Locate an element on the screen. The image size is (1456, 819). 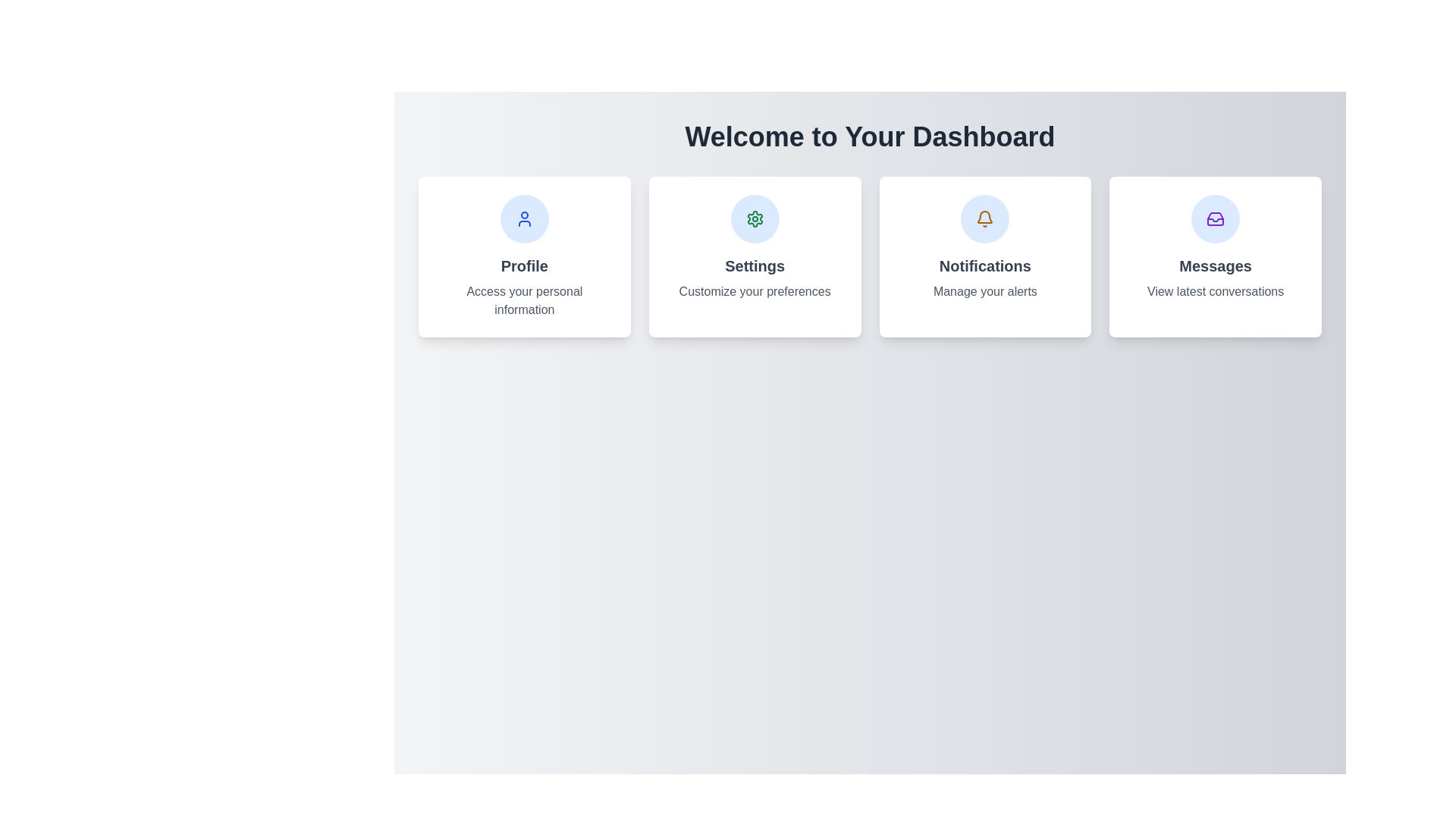
the text label that reads 'View latest conversations', which is styled in gray color and is centered below the bold title 'Messages' is located at coordinates (1216, 292).